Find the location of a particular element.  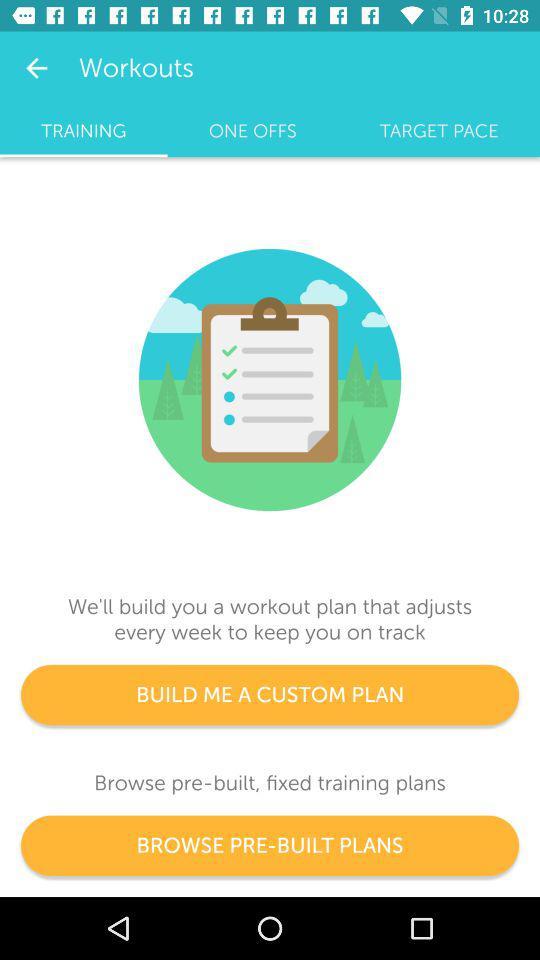

icon next to the one offs is located at coordinates (438, 130).